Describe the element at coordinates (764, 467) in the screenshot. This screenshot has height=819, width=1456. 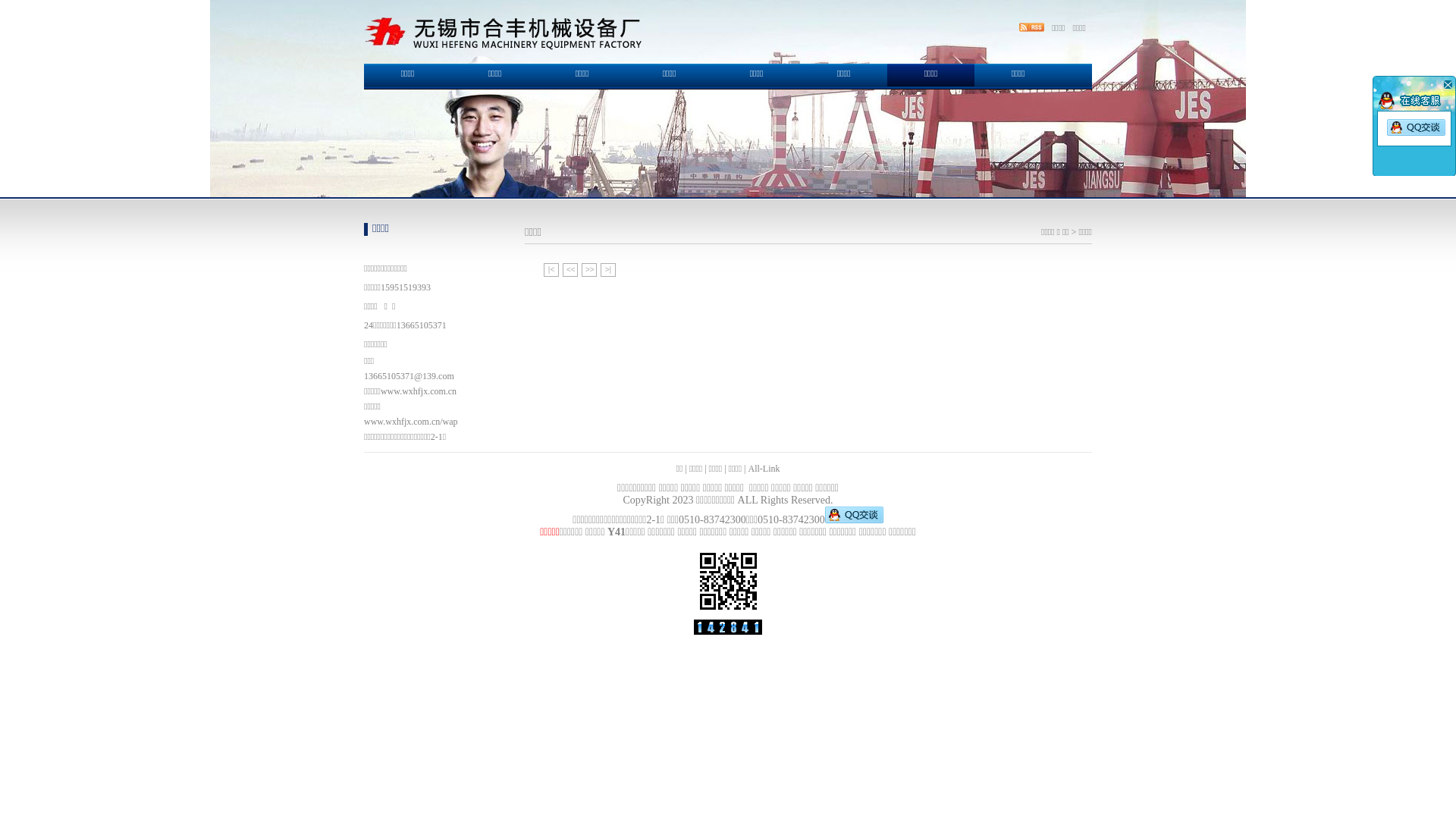
I see `'All-Link'` at that location.